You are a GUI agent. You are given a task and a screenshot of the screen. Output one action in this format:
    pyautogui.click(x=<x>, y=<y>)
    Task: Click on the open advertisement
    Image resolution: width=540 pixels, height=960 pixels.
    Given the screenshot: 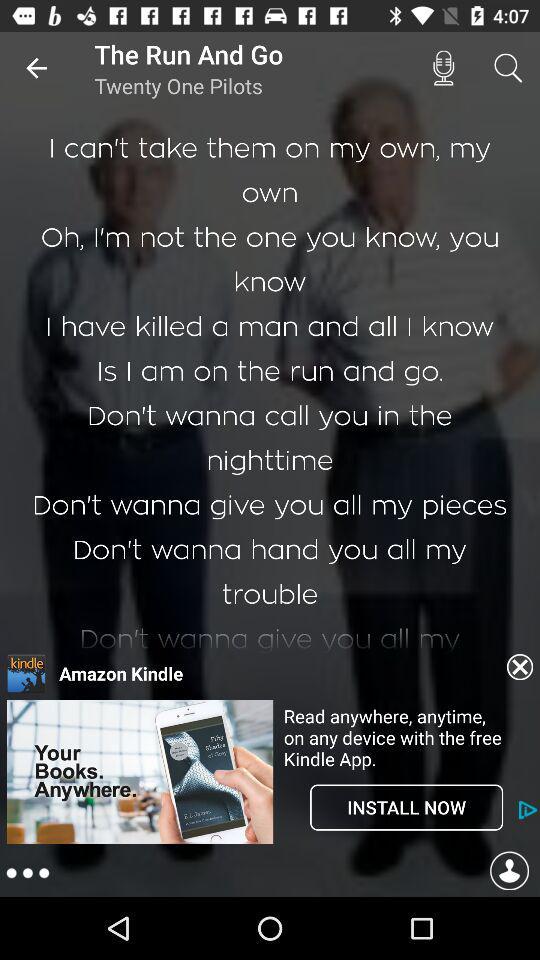 What is the action you would take?
    pyautogui.click(x=139, y=771)
    